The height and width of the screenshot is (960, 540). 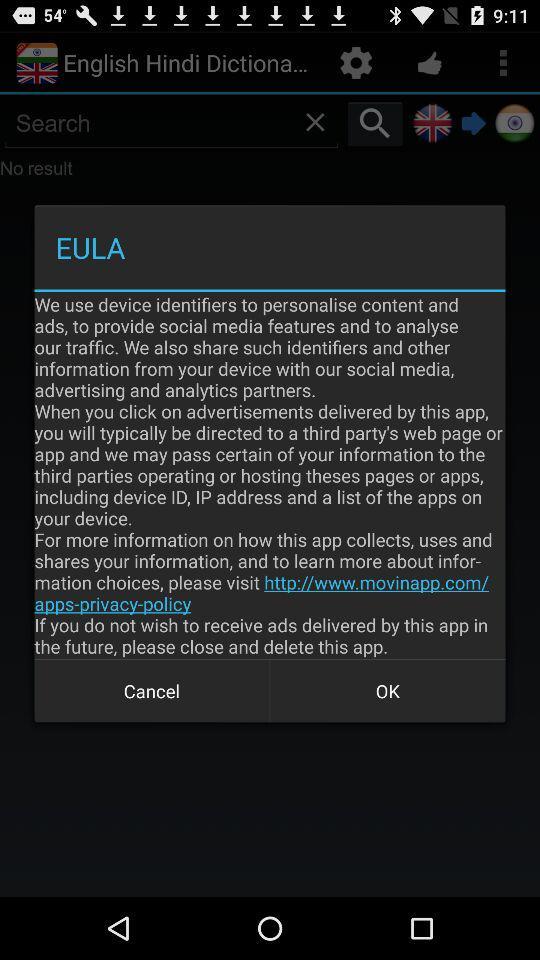 I want to click on we use device icon, so click(x=270, y=475).